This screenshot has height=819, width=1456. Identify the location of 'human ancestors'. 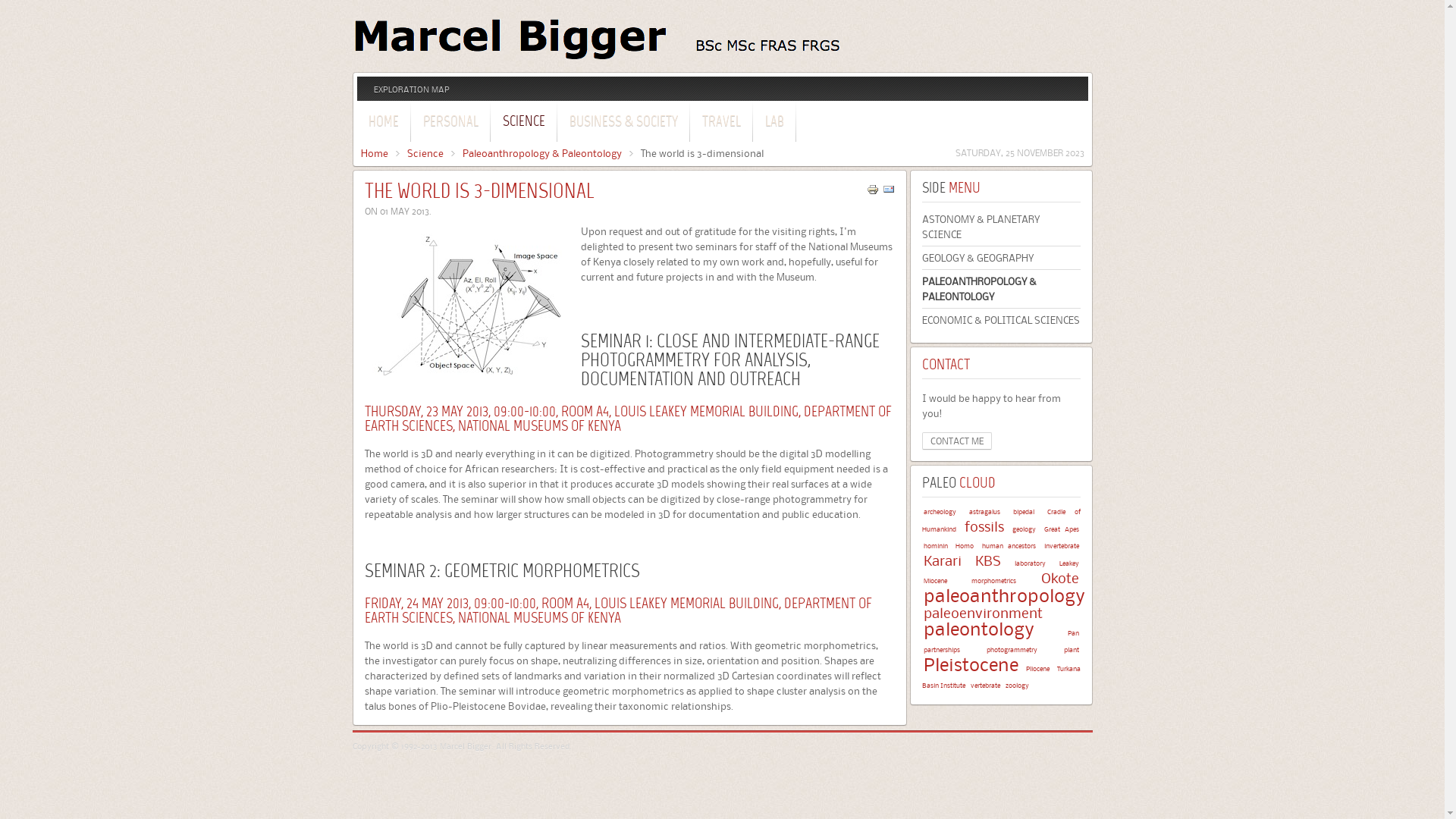
(1009, 544).